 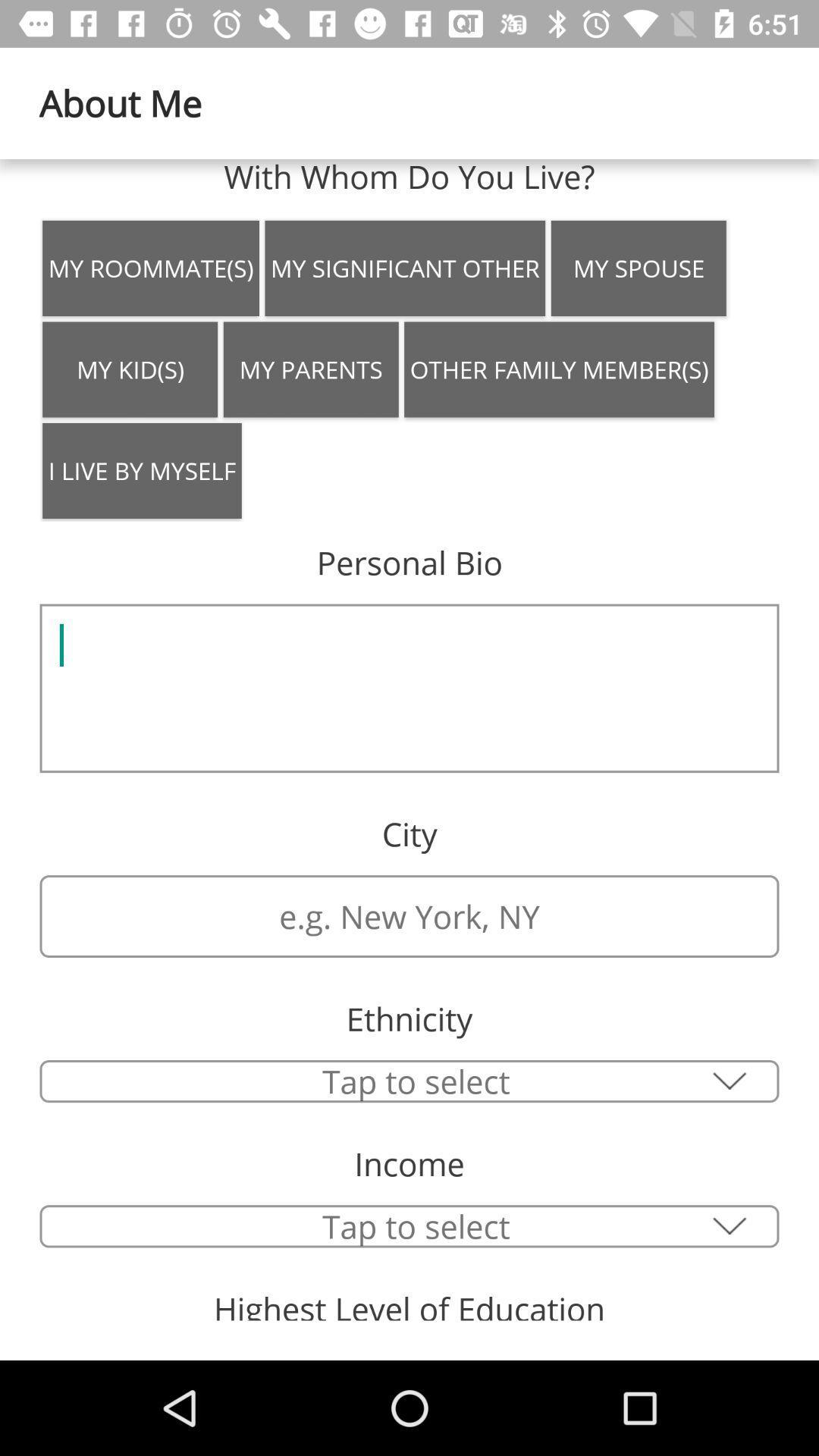 What do you see at coordinates (404, 268) in the screenshot?
I see `the icon to the left of my spouse item` at bounding box center [404, 268].